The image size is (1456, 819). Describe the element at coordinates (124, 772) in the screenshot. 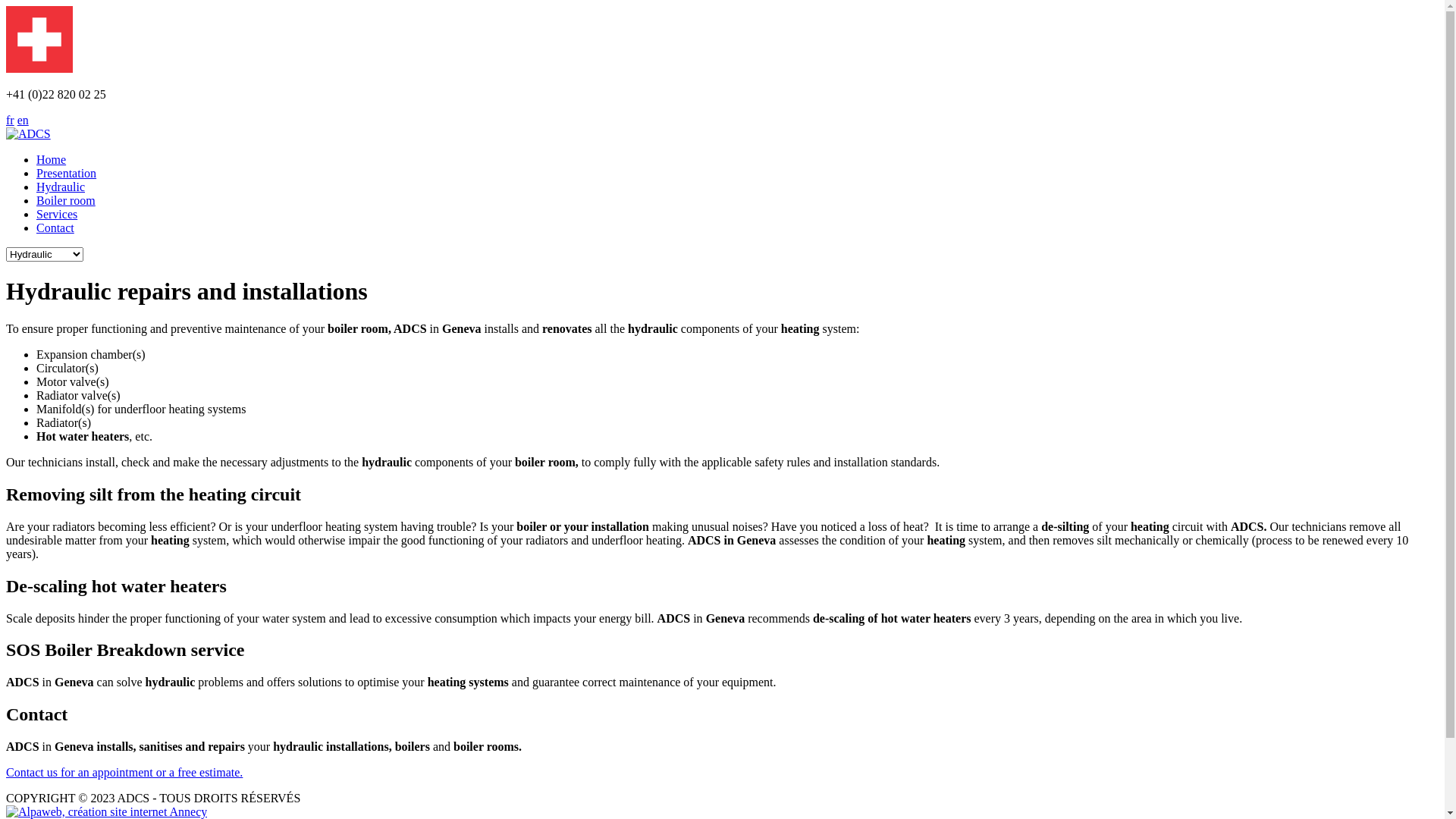

I see `'Contact us for an appointment or a free estimate.'` at that location.